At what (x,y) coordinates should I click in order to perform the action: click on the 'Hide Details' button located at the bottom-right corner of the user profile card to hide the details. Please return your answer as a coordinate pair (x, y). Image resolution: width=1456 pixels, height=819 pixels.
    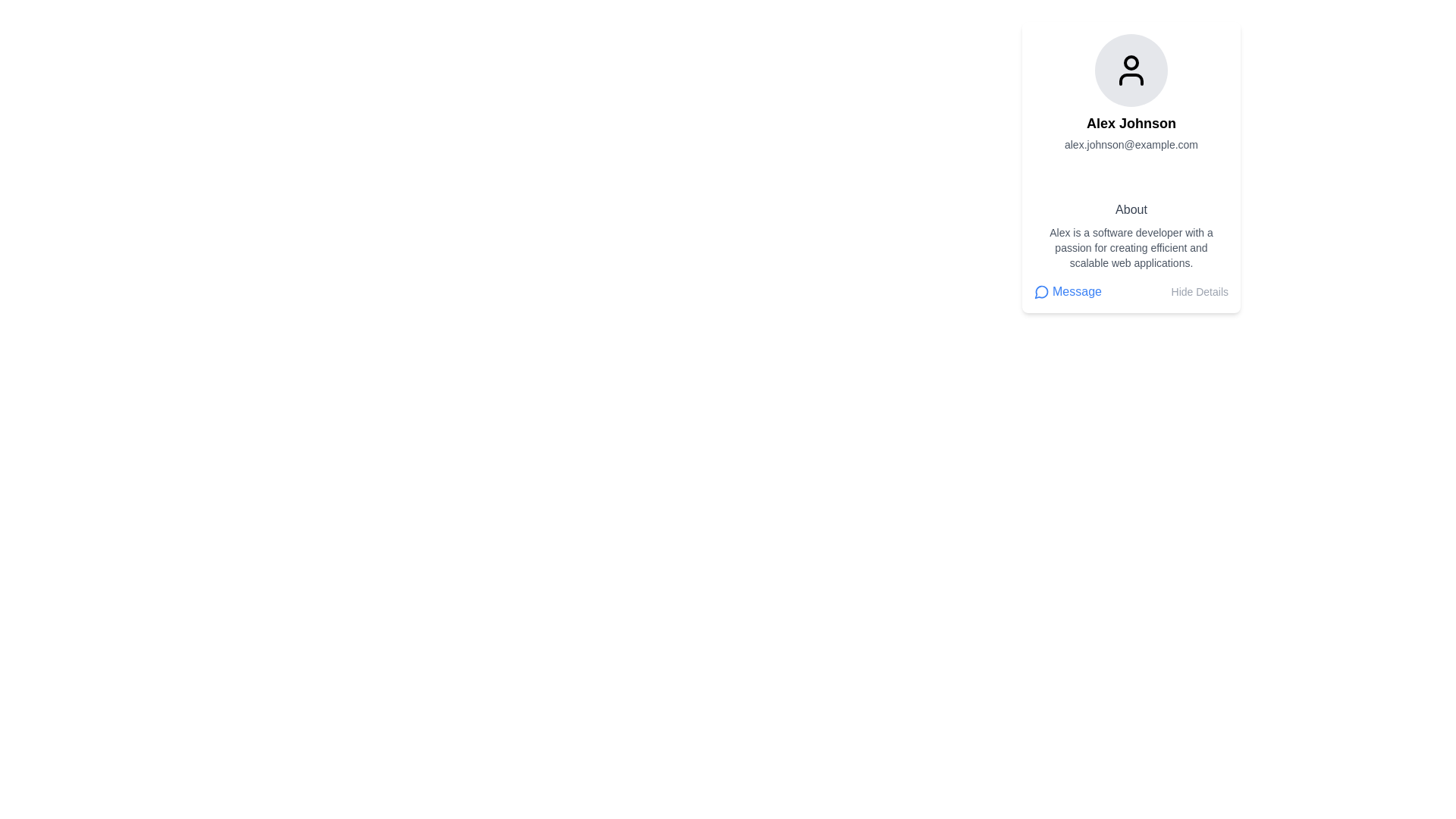
    Looking at the image, I should click on (1199, 292).